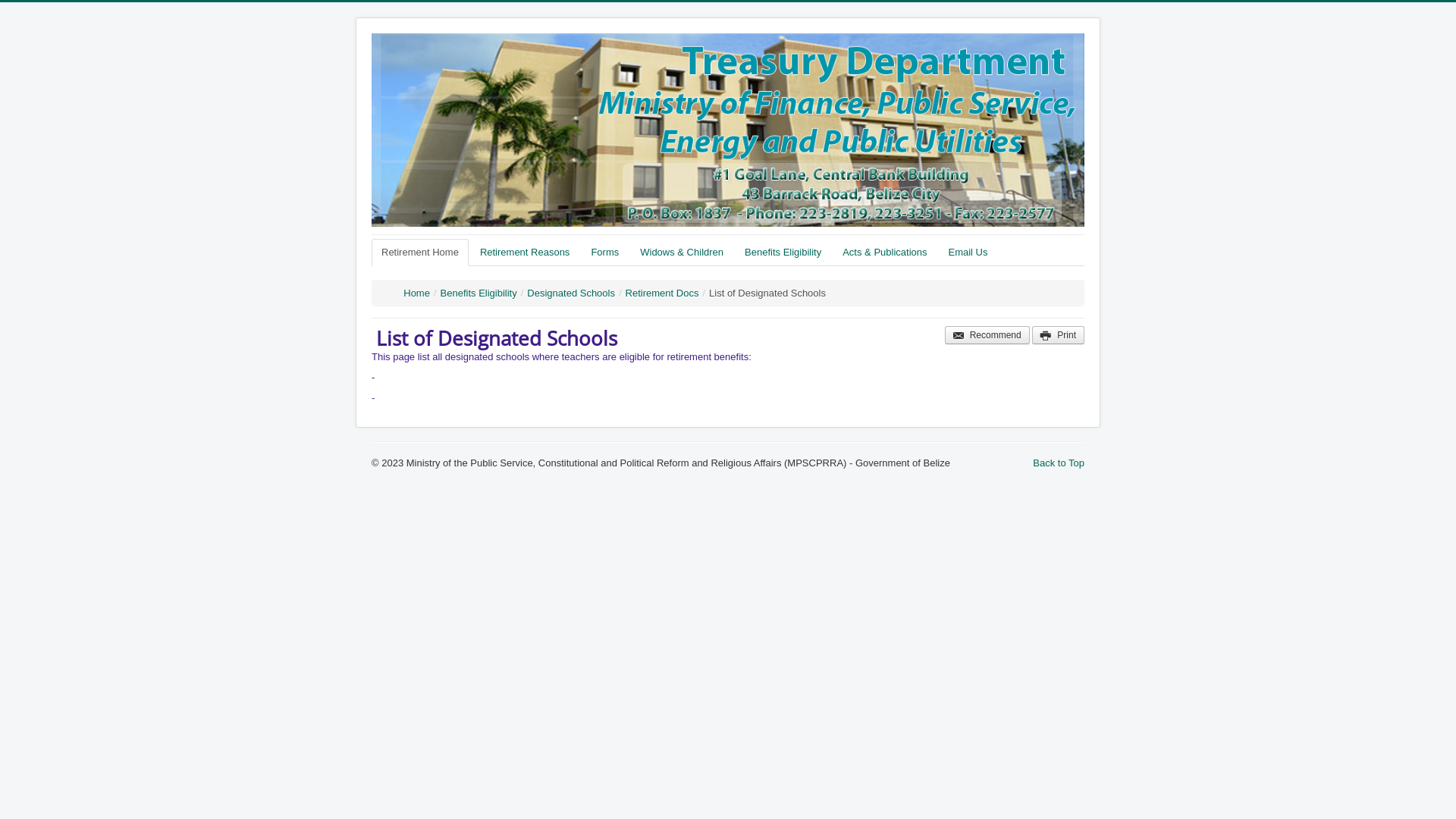 The image size is (1456, 819). What do you see at coordinates (416, 293) in the screenshot?
I see `'Home'` at bounding box center [416, 293].